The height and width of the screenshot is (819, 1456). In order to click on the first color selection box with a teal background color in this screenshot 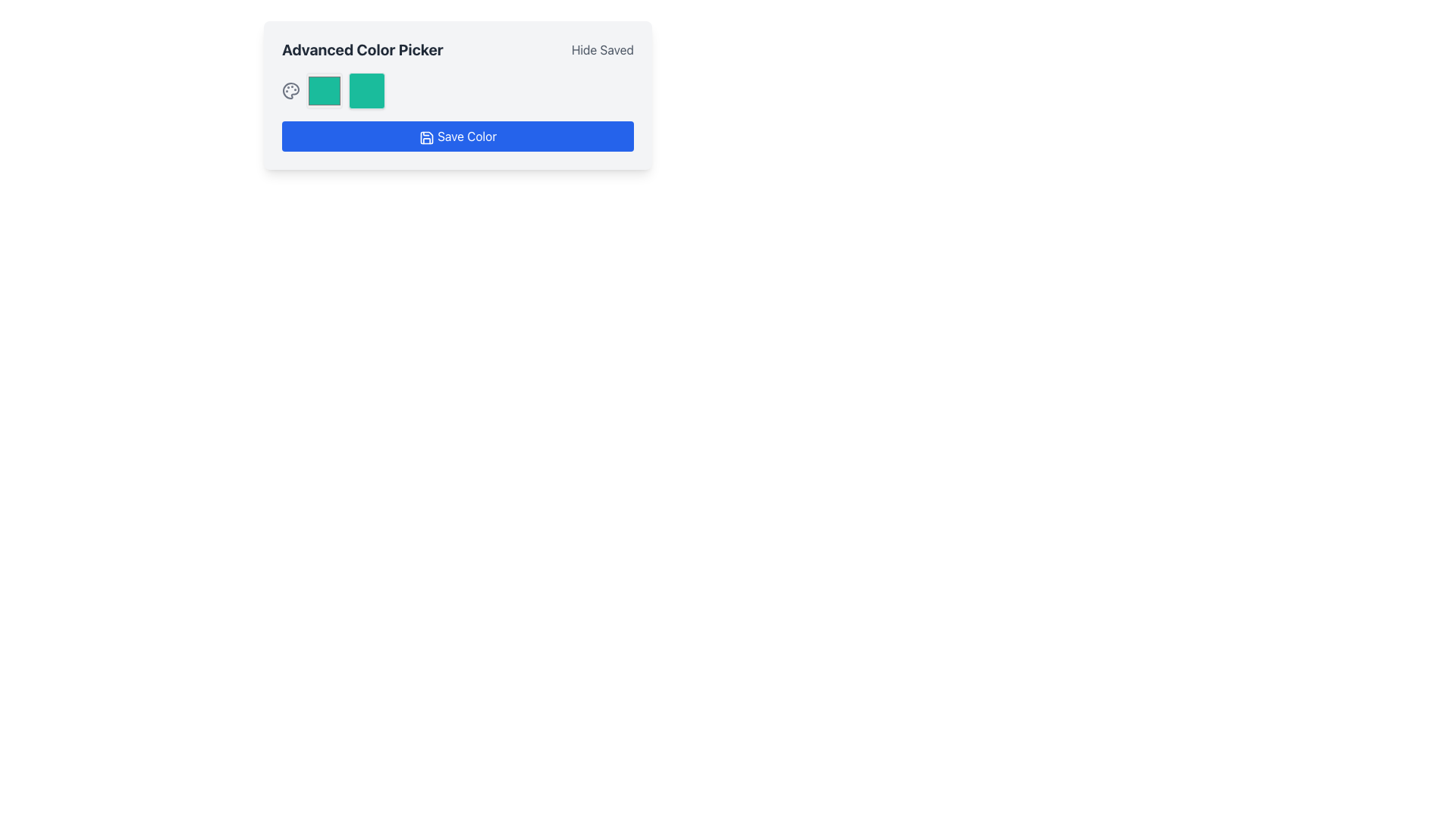, I will do `click(323, 90)`.